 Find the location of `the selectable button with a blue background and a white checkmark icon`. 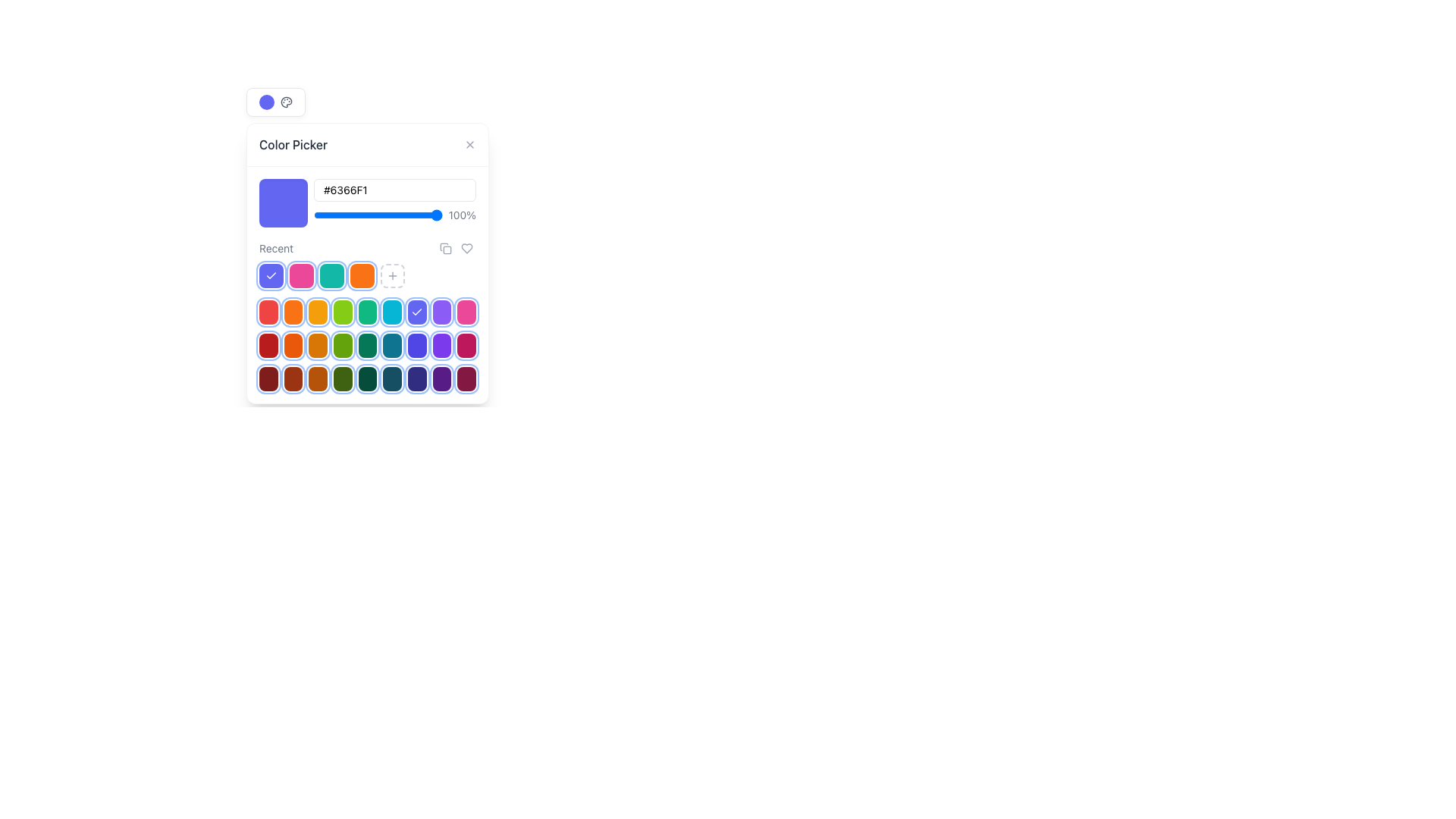

the selectable button with a blue background and a white checkmark icon is located at coordinates (417, 312).